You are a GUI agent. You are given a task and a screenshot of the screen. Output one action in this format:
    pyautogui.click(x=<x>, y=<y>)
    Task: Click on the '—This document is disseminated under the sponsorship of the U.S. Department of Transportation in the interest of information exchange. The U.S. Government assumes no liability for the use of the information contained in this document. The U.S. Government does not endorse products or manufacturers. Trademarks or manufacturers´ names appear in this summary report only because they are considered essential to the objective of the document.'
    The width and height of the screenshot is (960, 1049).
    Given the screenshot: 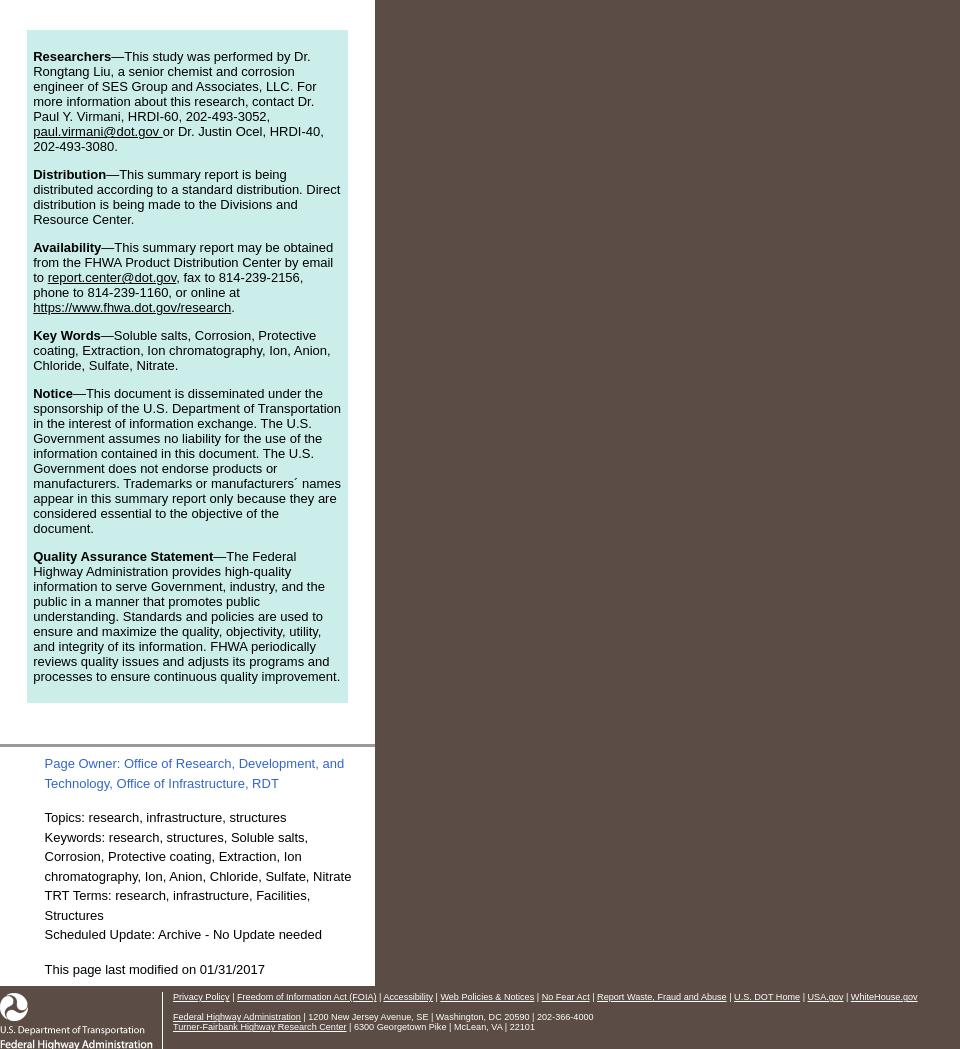 What is the action you would take?
    pyautogui.click(x=187, y=461)
    